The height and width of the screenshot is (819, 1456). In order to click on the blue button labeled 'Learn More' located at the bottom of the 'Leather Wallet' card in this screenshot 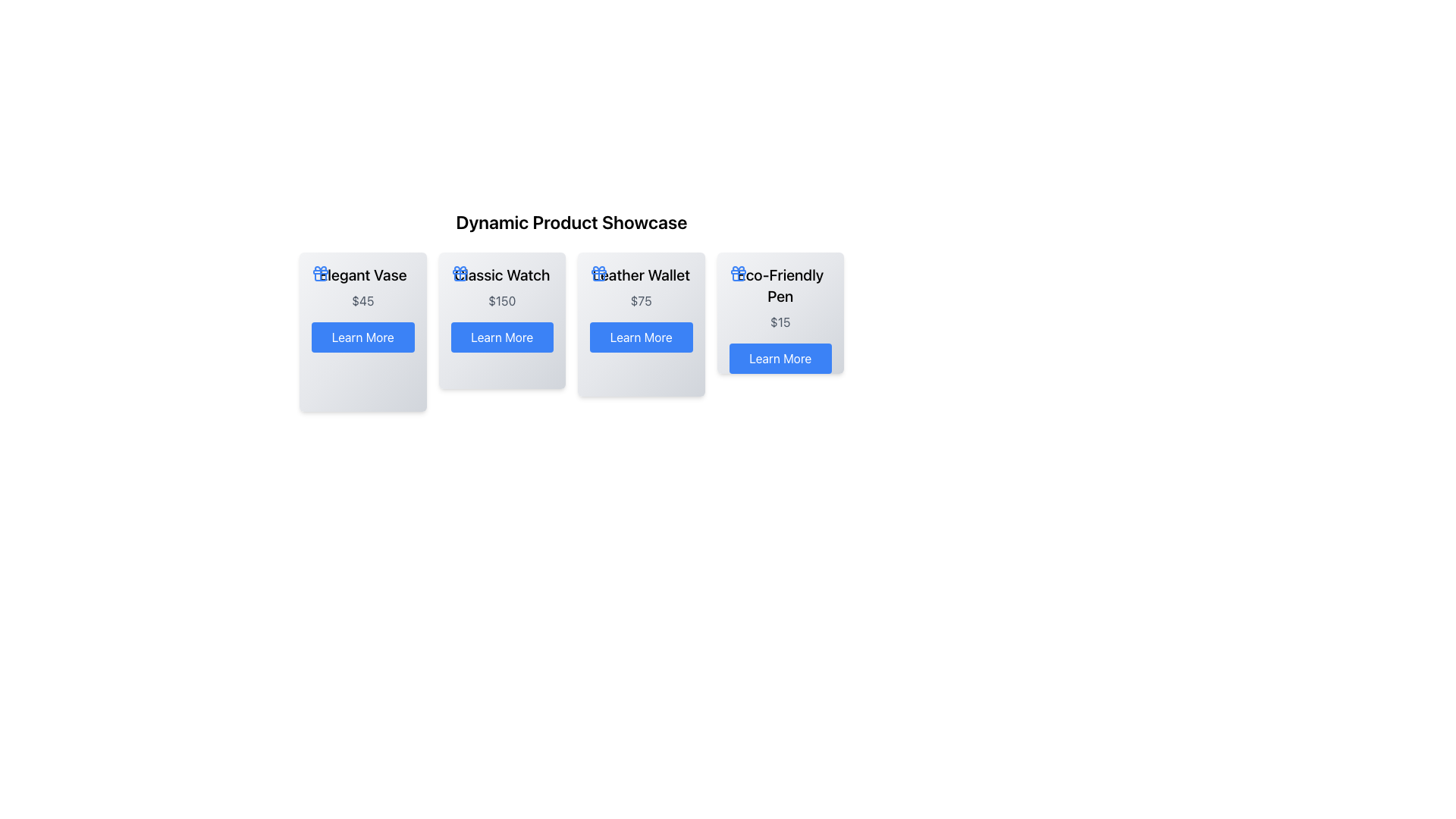, I will do `click(641, 336)`.